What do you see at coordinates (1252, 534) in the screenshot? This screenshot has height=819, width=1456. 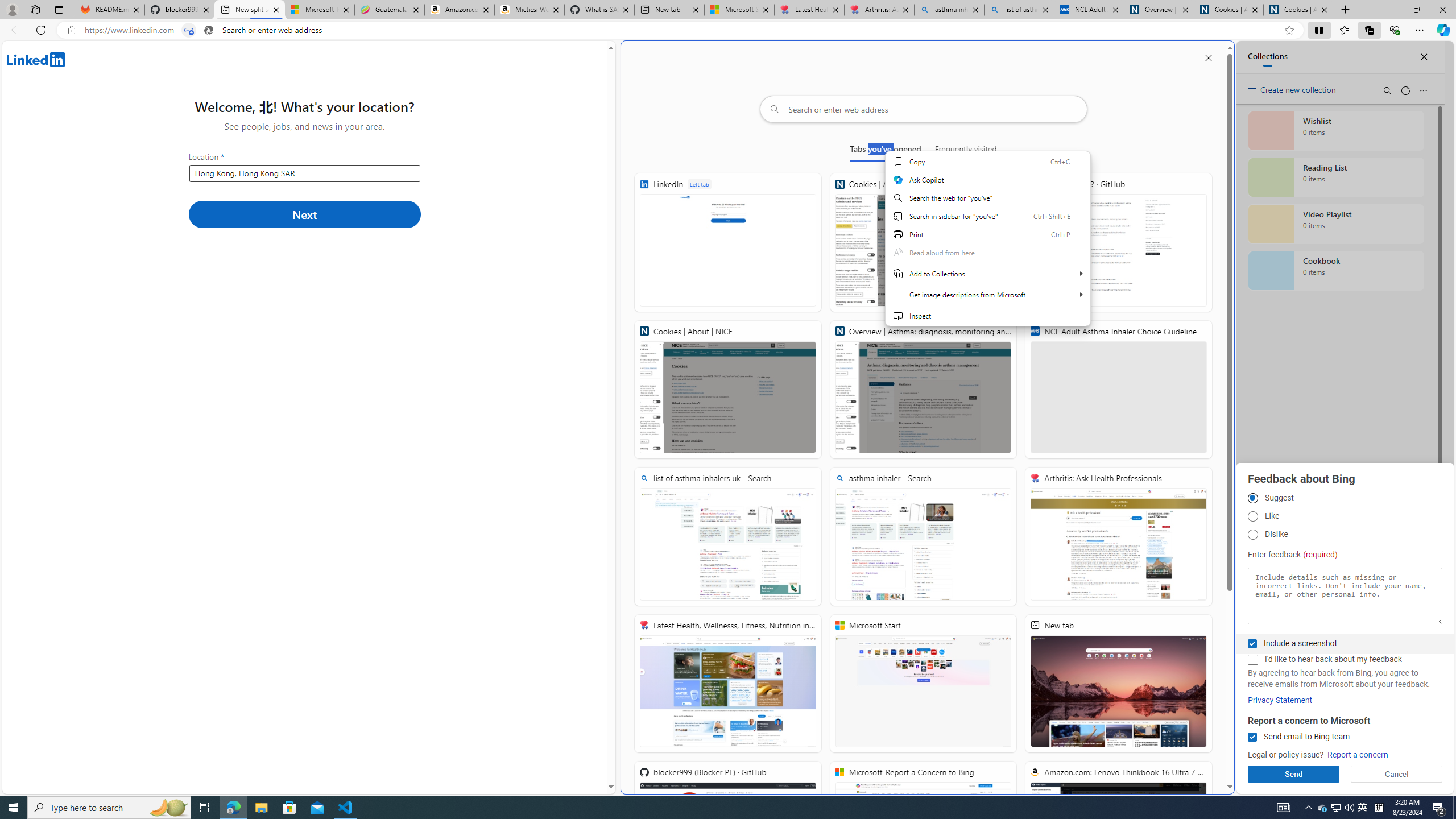 I see `'Dislike'` at bounding box center [1252, 534].